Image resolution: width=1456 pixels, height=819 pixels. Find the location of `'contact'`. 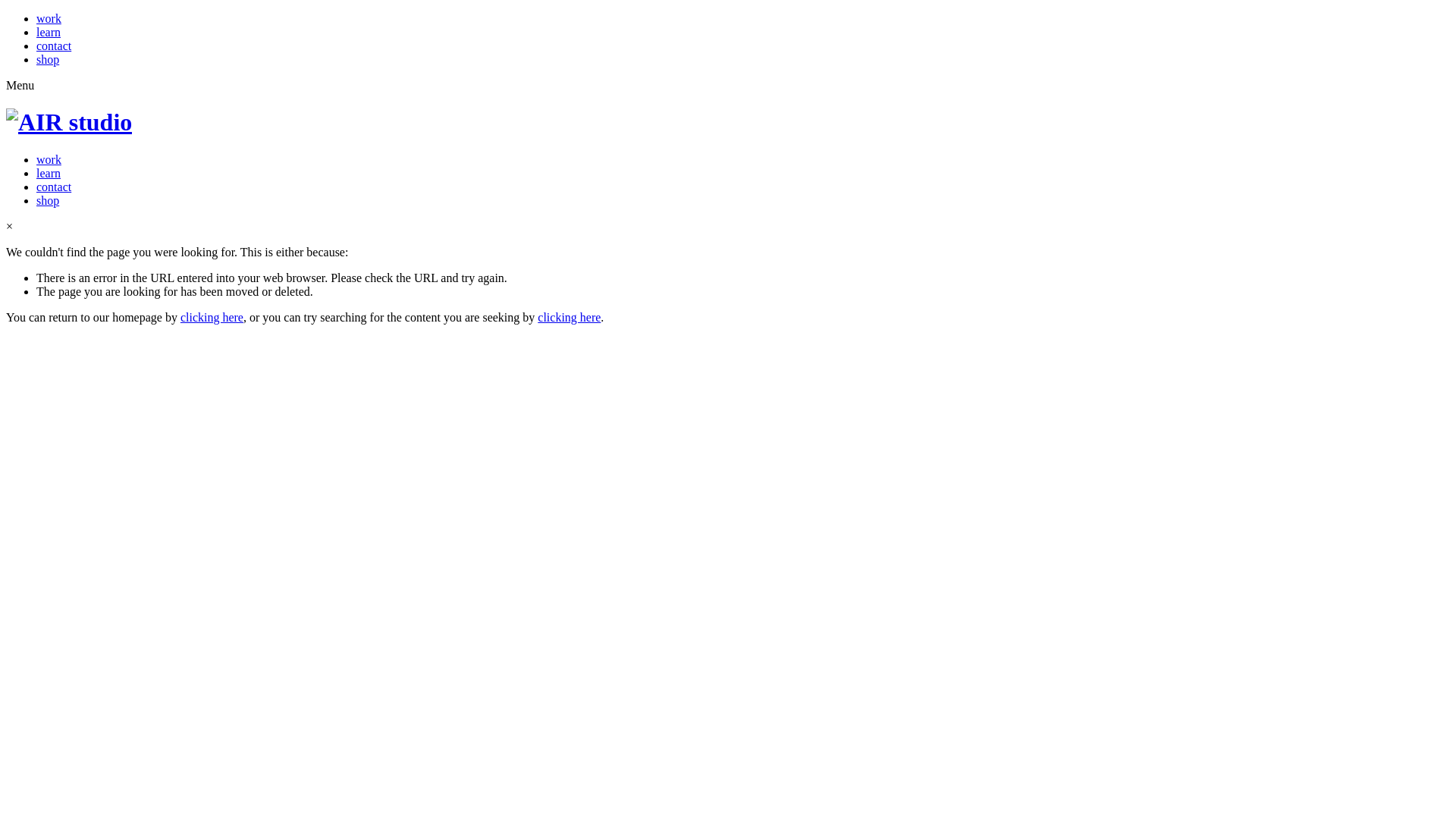

'contact' is located at coordinates (54, 186).